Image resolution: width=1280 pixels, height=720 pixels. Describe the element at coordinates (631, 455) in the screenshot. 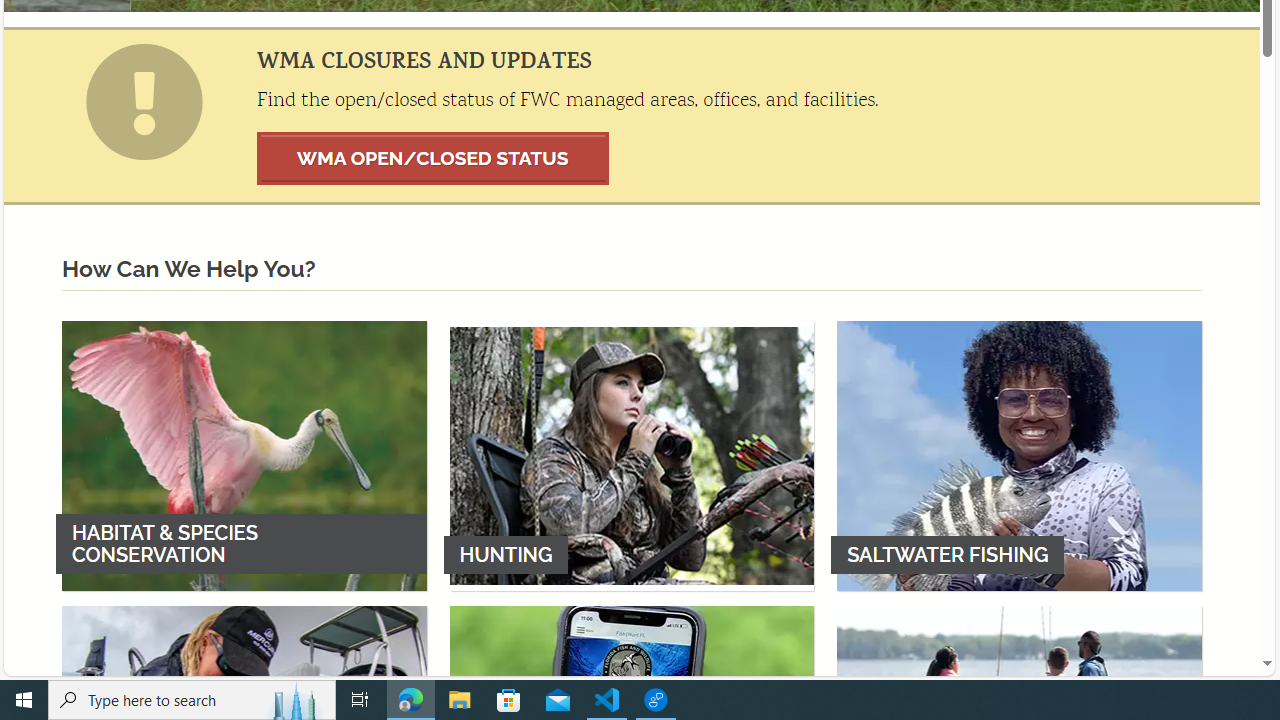

I see `'HUNTING'` at that location.